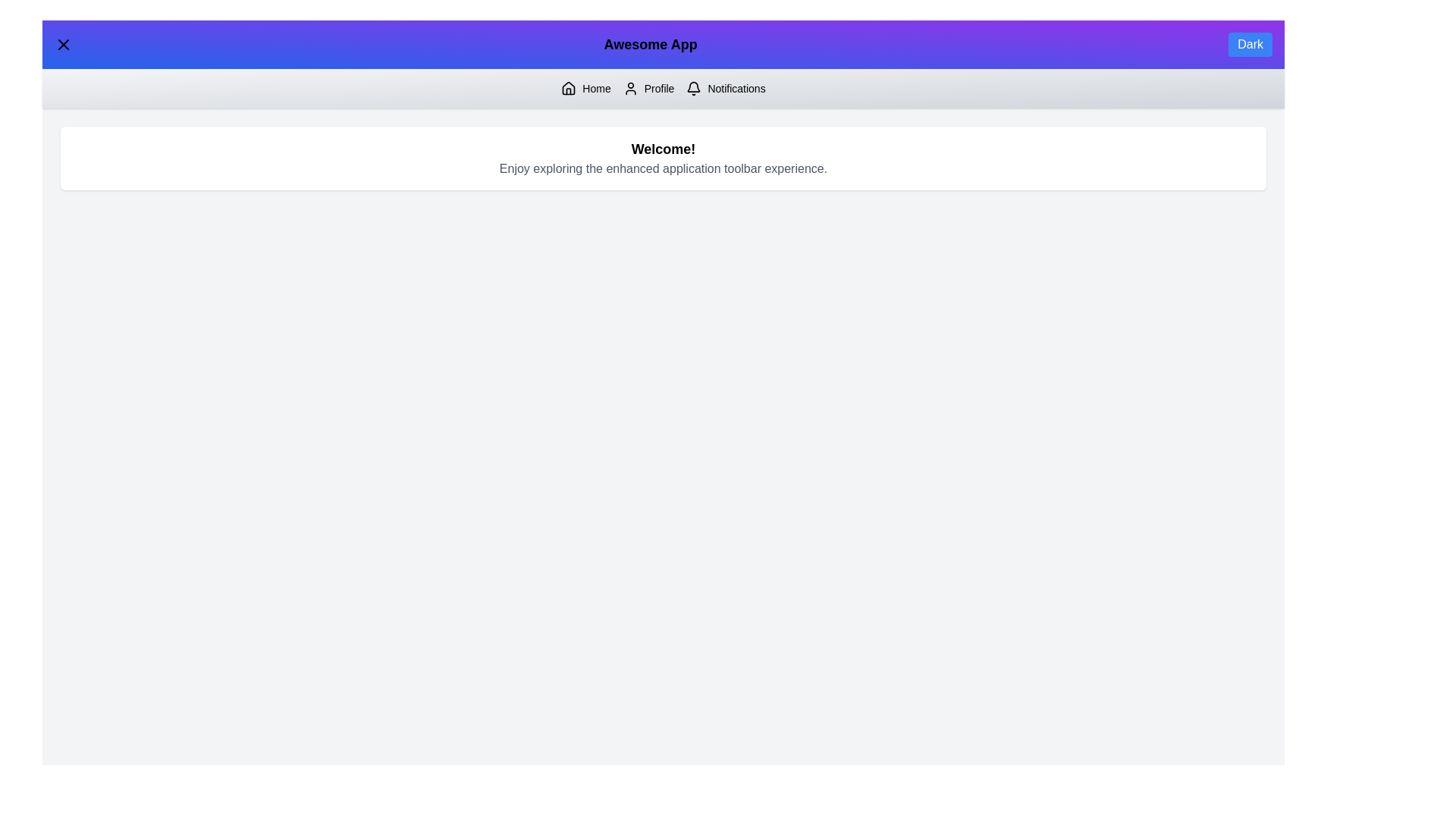  I want to click on the welcome text displayed in the center of the component, so click(663, 149).